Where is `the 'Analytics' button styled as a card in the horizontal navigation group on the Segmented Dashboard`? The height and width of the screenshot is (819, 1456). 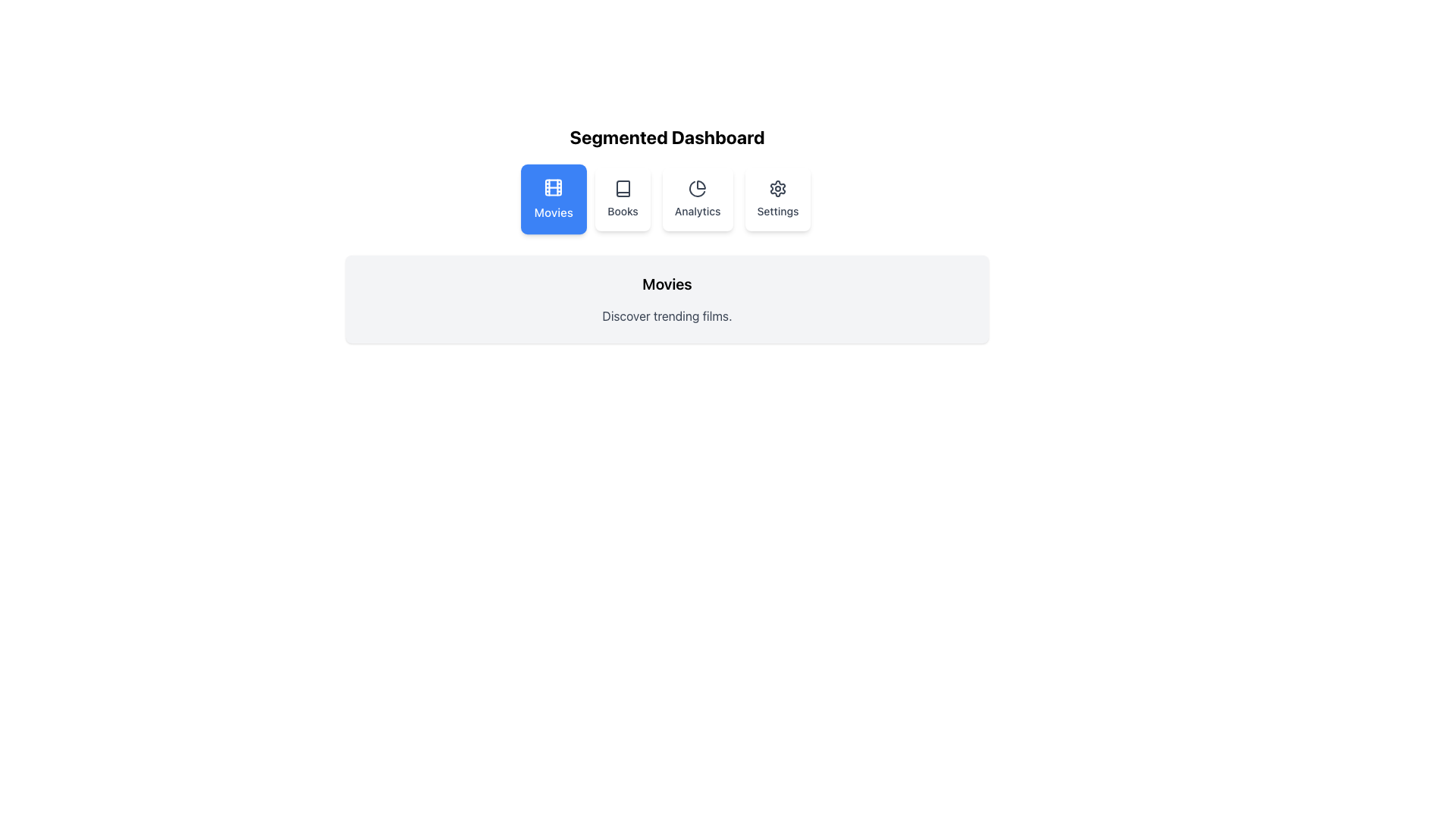 the 'Analytics' button styled as a card in the horizontal navigation group on the Segmented Dashboard is located at coordinates (697, 198).